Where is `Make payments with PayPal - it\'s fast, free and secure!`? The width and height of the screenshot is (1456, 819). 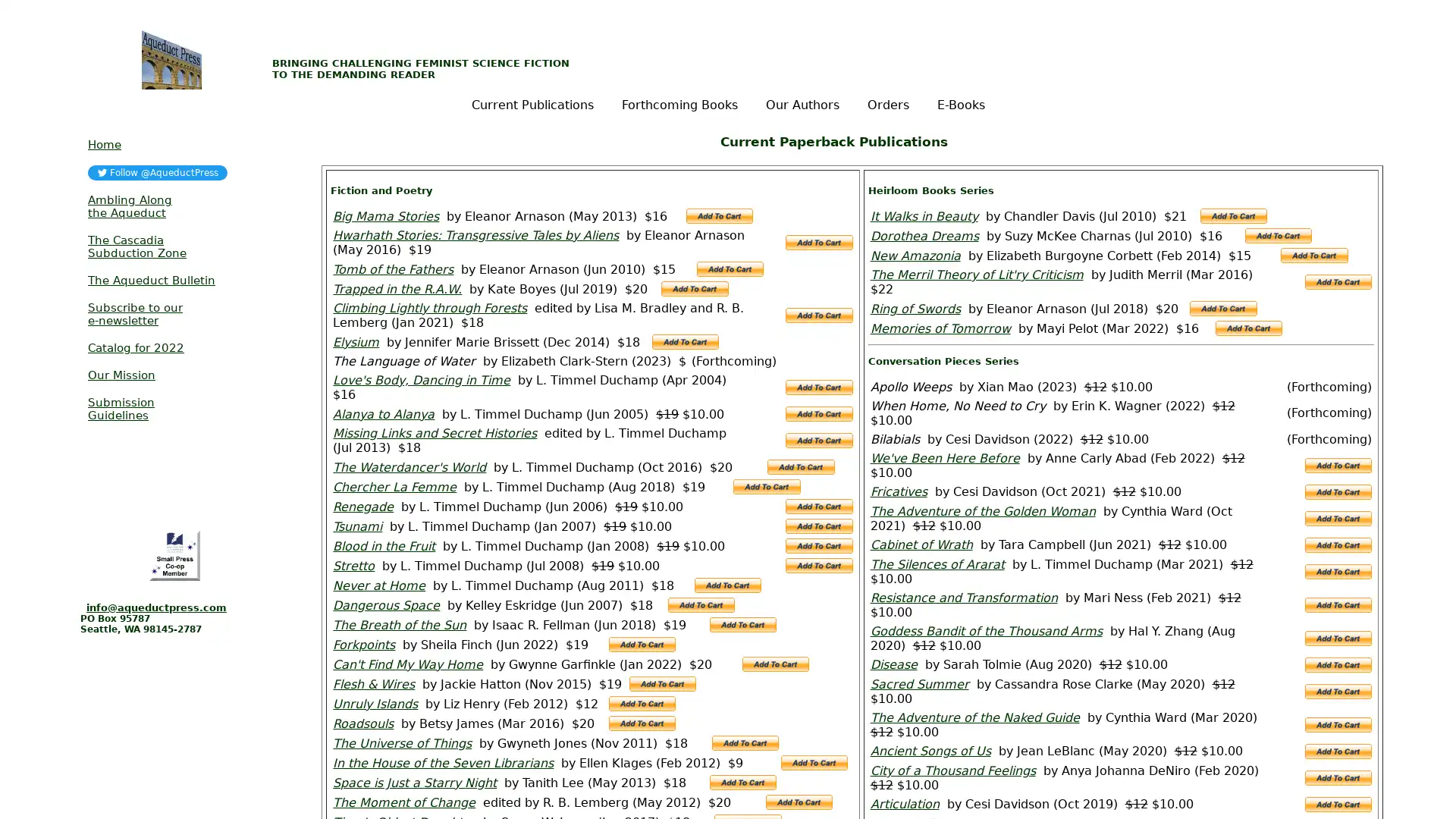 Make payments with PayPal - it\'s fast, free and secure! is located at coordinates (662, 684).